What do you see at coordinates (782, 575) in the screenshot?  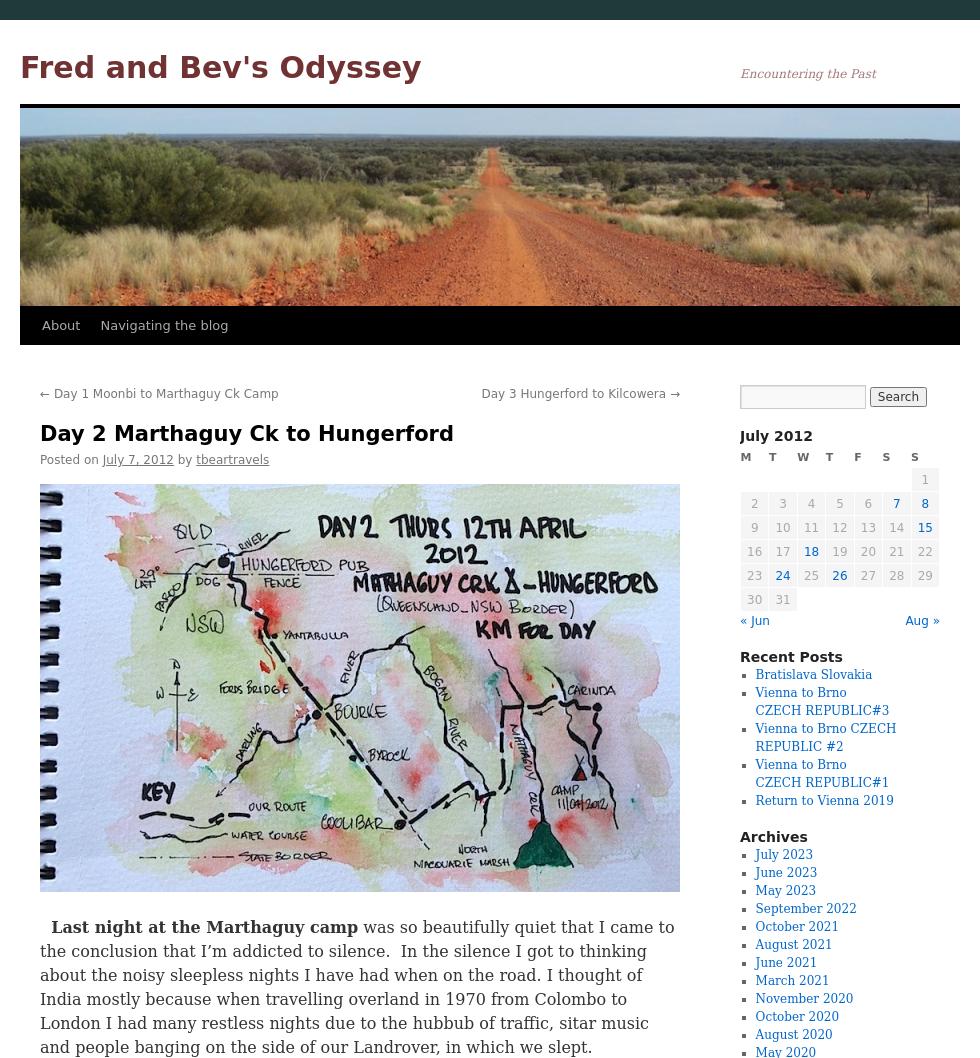 I see `'24'` at bounding box center [782, 575].